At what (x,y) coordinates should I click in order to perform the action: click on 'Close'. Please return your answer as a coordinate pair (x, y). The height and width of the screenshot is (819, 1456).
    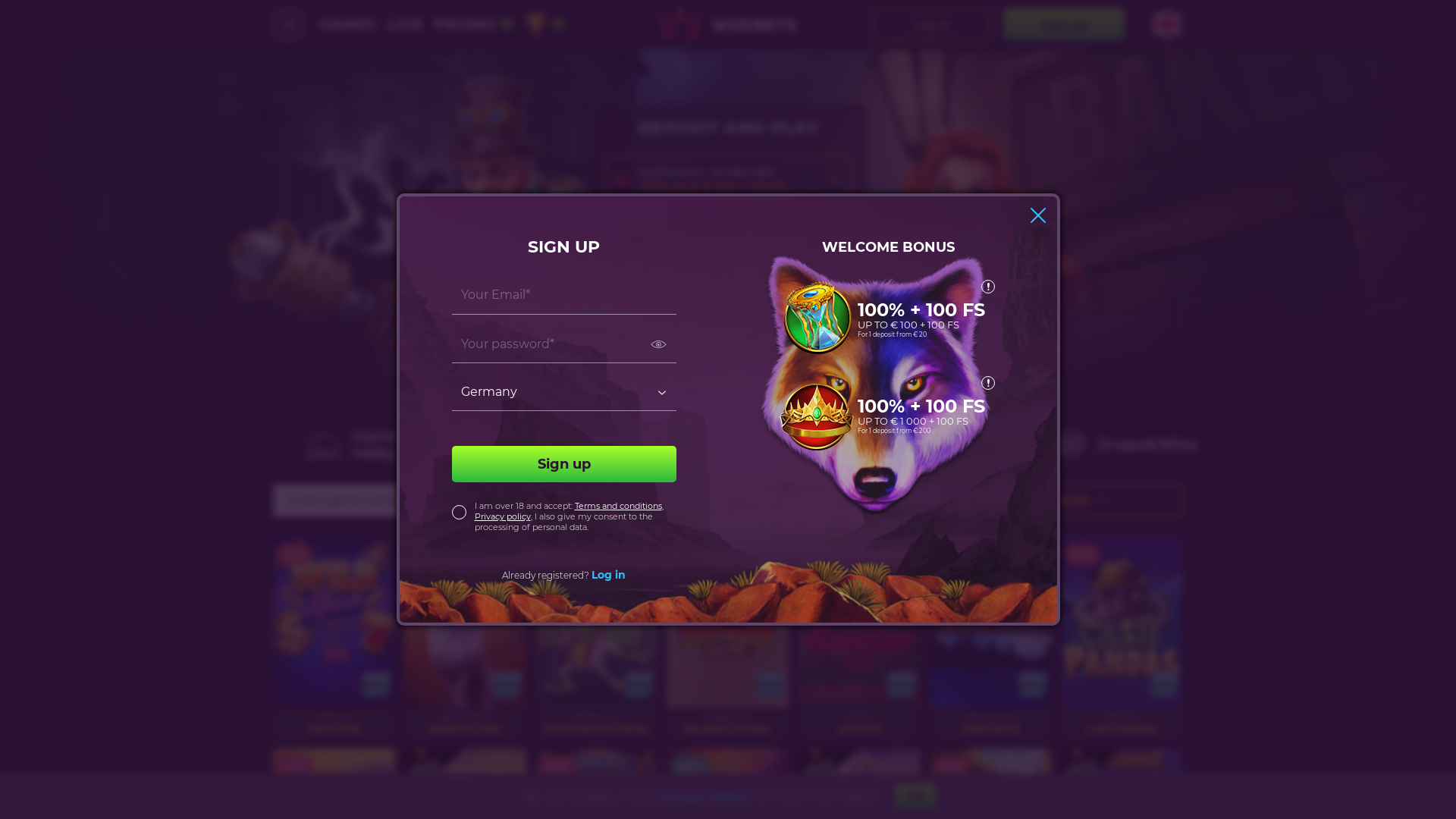
    Looking at the image, I should click on (1037, 215).